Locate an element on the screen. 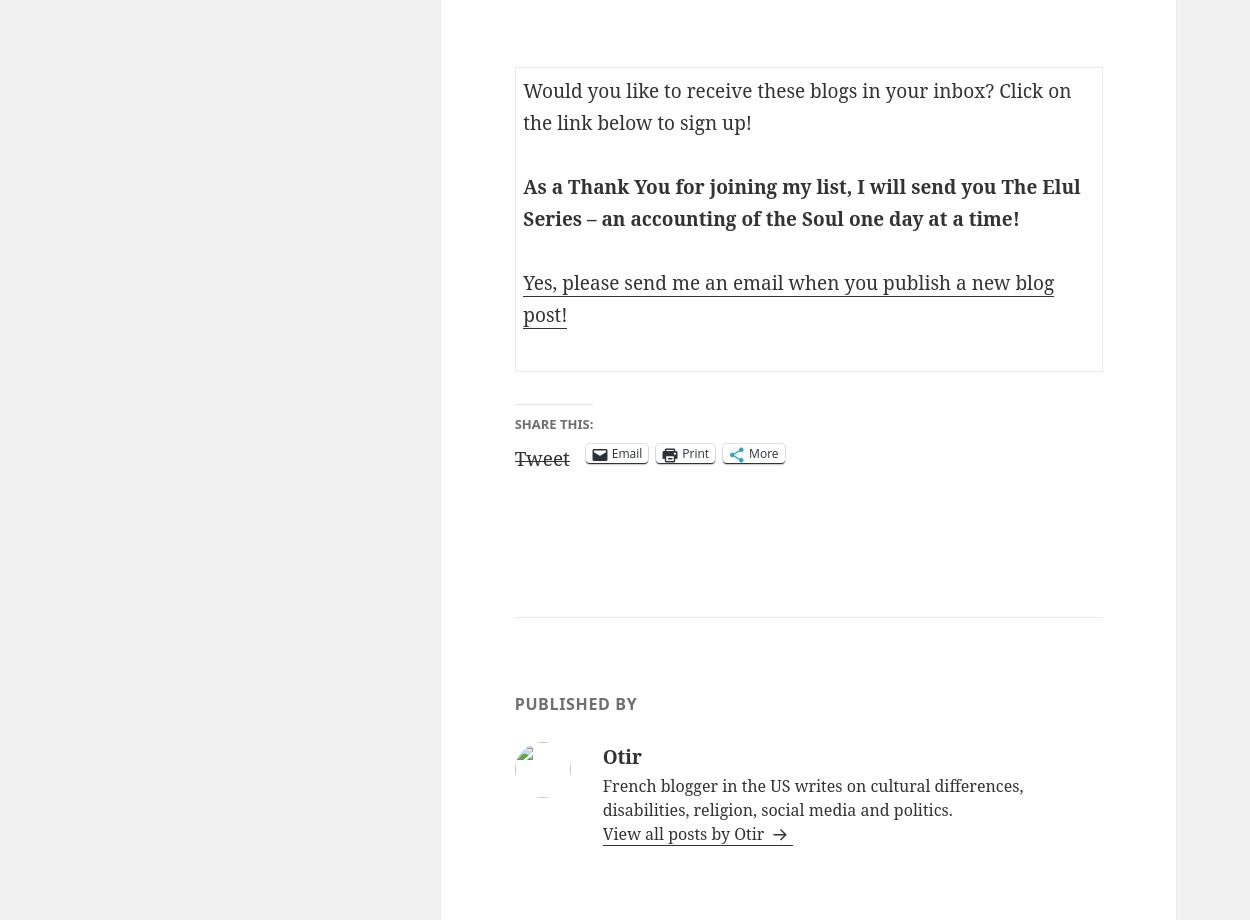  'Published by' is located at coordinates (574, 703).